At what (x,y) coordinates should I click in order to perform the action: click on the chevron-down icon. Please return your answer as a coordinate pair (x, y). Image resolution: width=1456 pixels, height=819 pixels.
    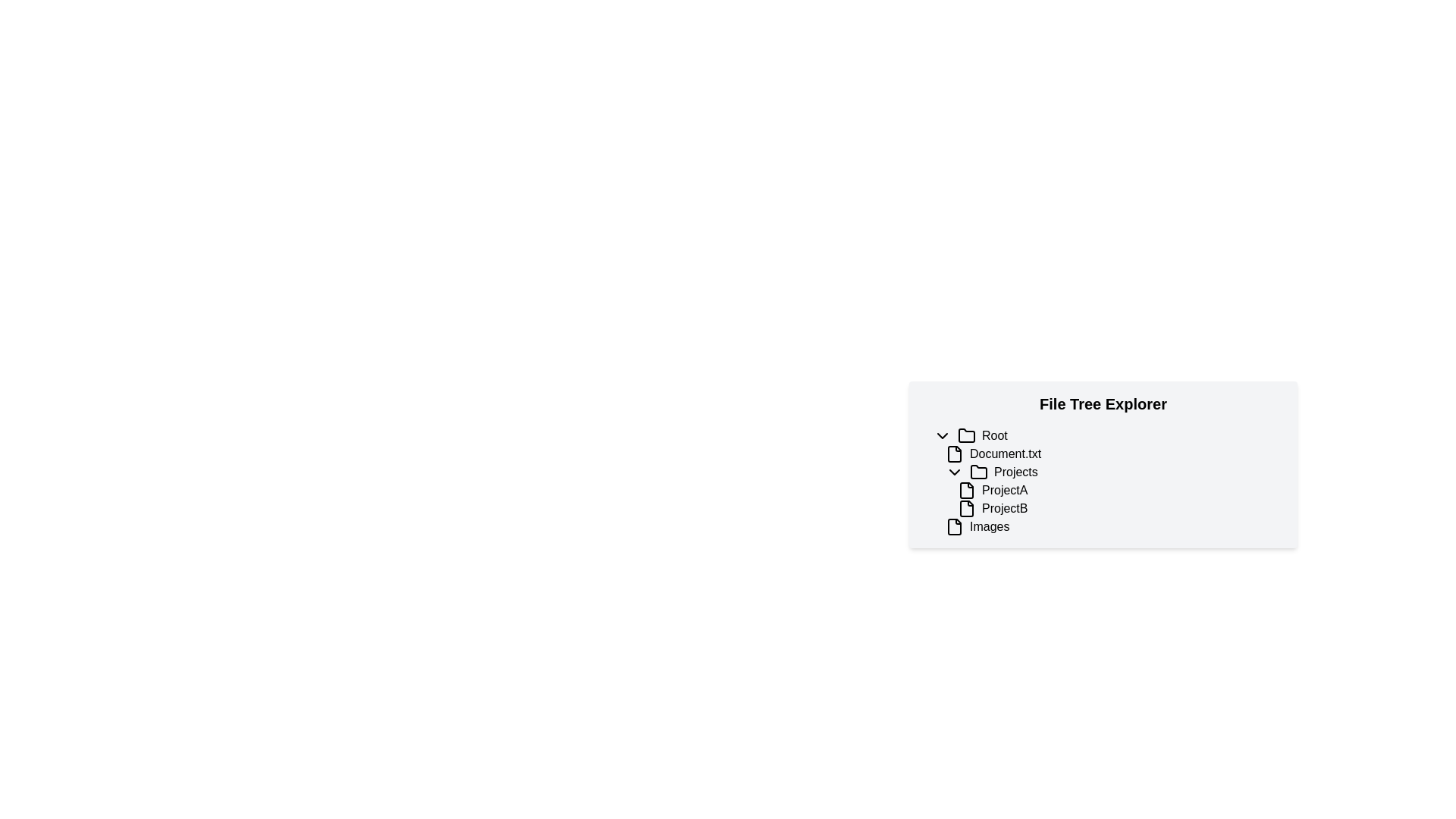
    Looking at the image, I should click on (942, 435).